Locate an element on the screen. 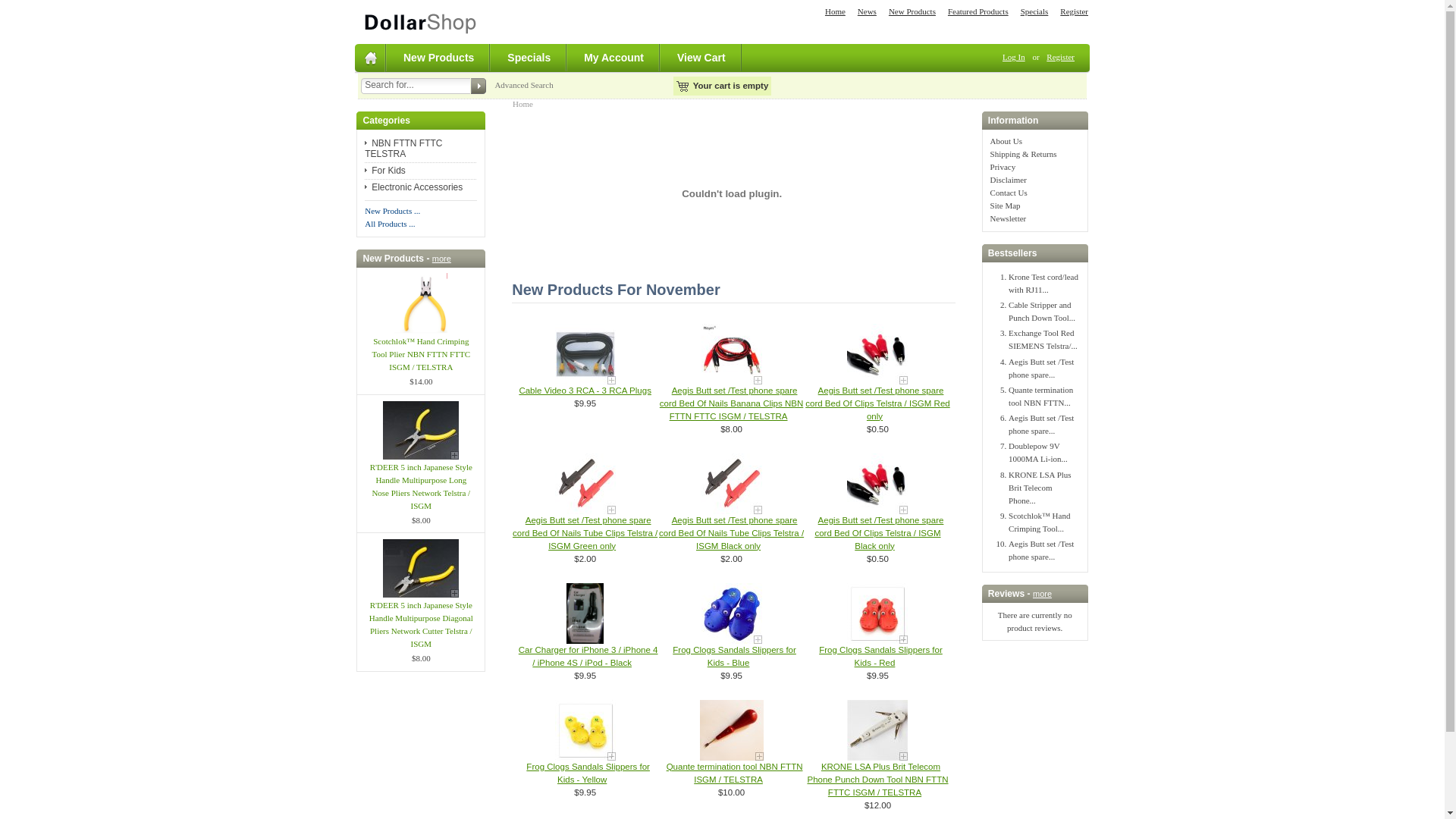  'Advanced Search' is located at coordinates (523, 84).